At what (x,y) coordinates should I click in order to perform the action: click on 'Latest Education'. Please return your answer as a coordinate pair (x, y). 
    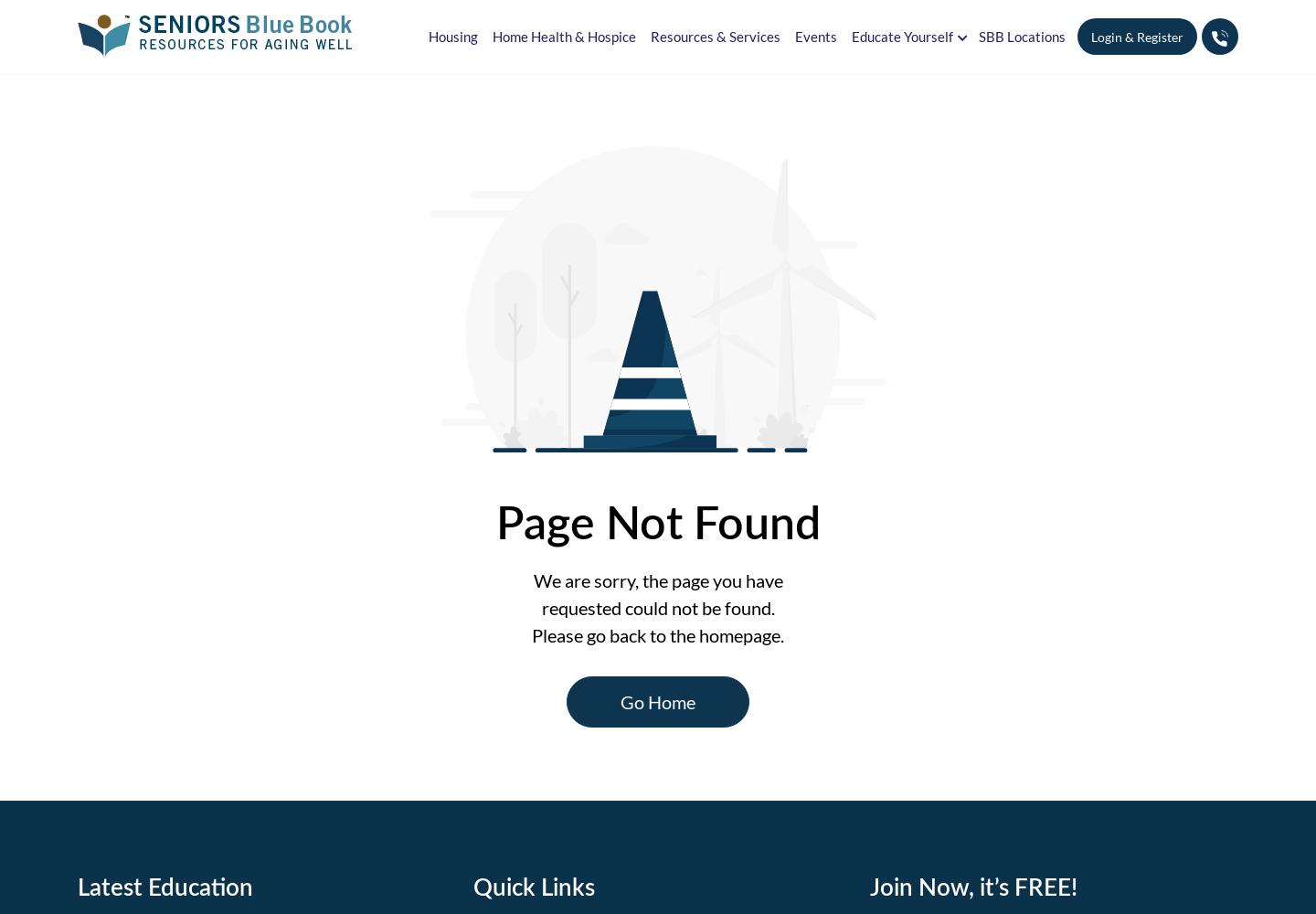
    Looking at the image, I should click on (165, 884).